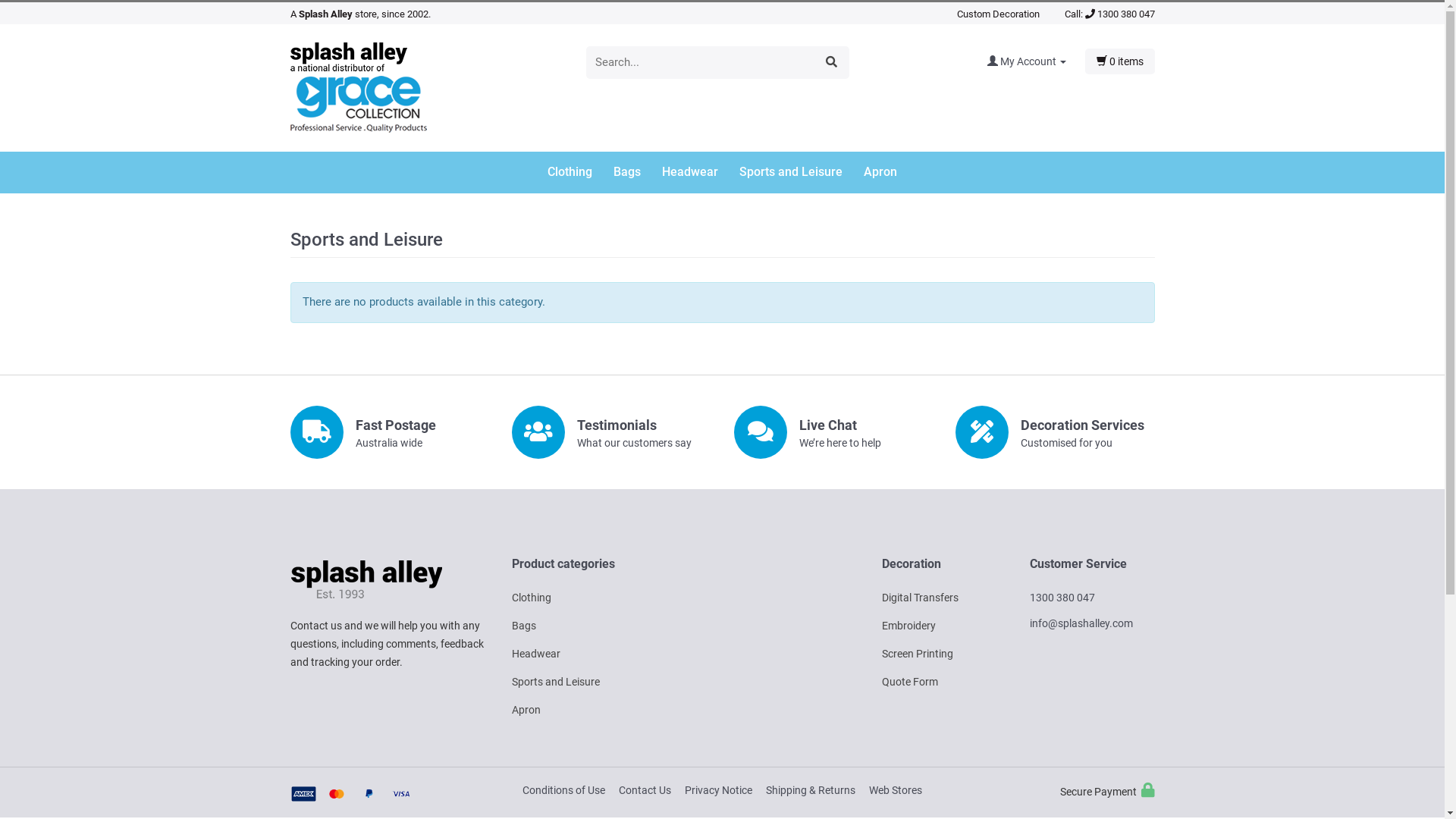  I want to click on 'My Account', so click(1035, 61).